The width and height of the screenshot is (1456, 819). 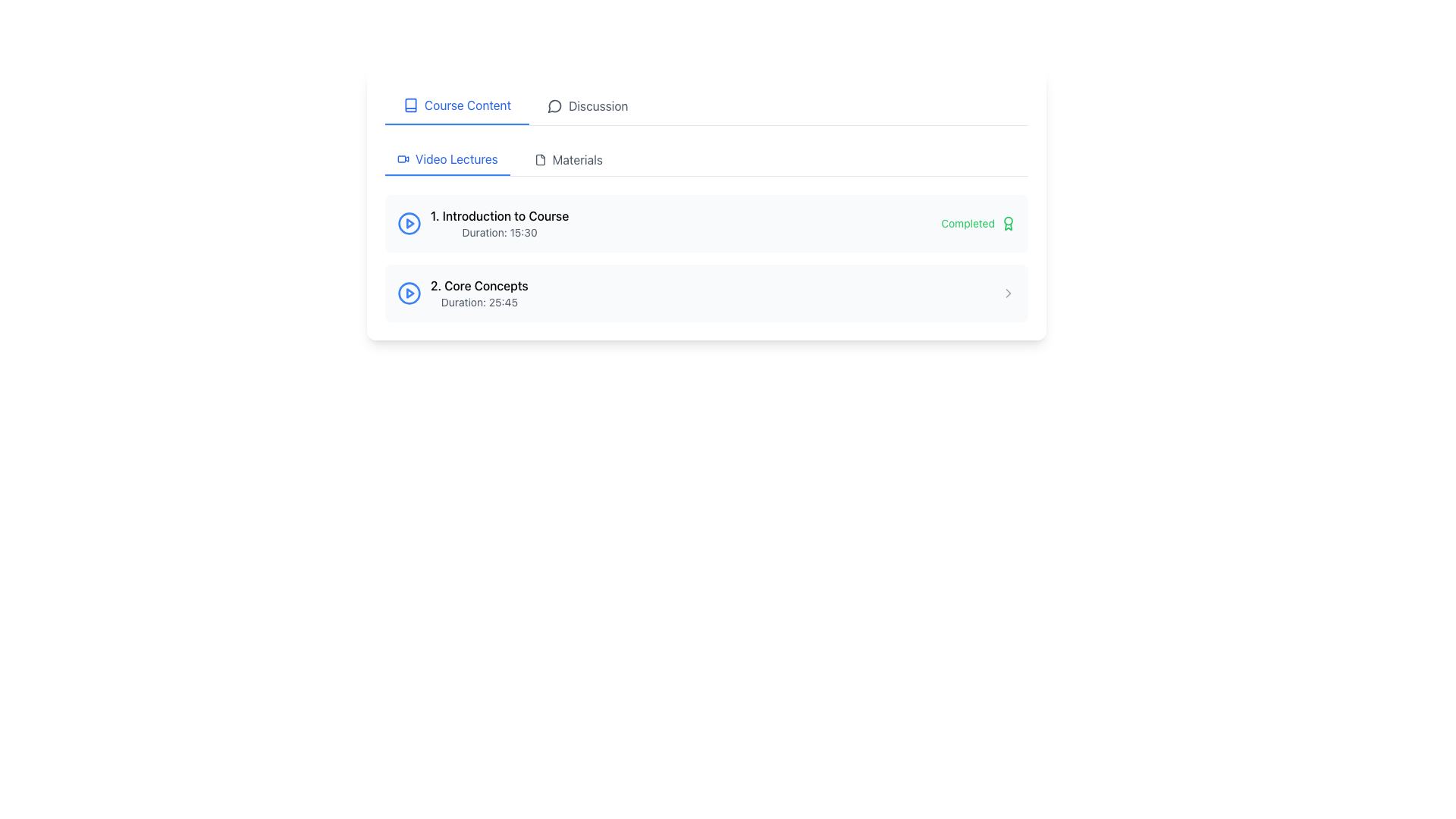 What do you see at coordinates (1008, 220) in the screenshot?
I see `the decorative circle element within the award-shaped icon located on the right-hand side of the 'Completed' text` at bounding box center [1008, 220].